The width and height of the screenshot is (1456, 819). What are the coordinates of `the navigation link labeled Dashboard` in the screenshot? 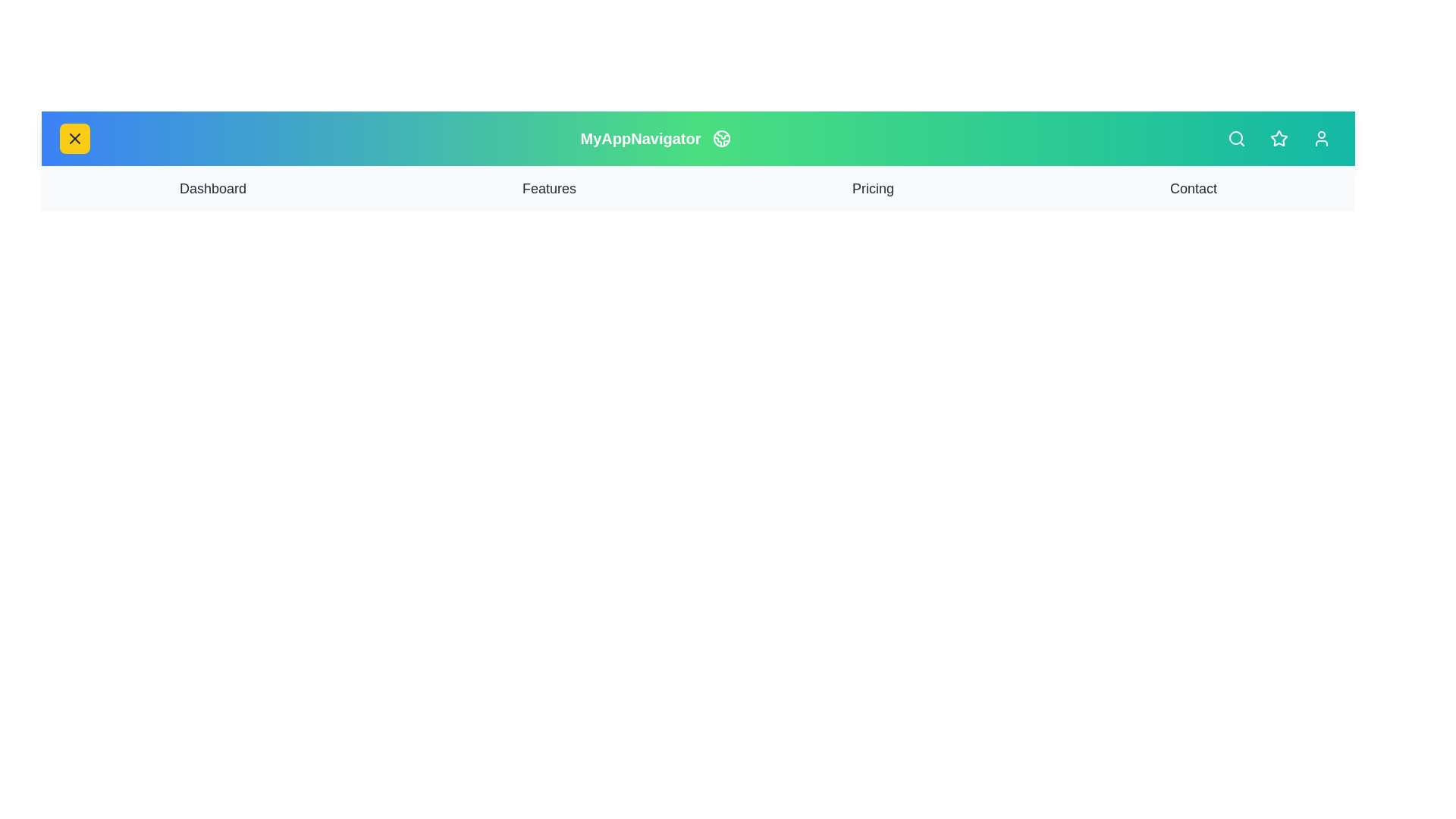 It's located at (212, 188).